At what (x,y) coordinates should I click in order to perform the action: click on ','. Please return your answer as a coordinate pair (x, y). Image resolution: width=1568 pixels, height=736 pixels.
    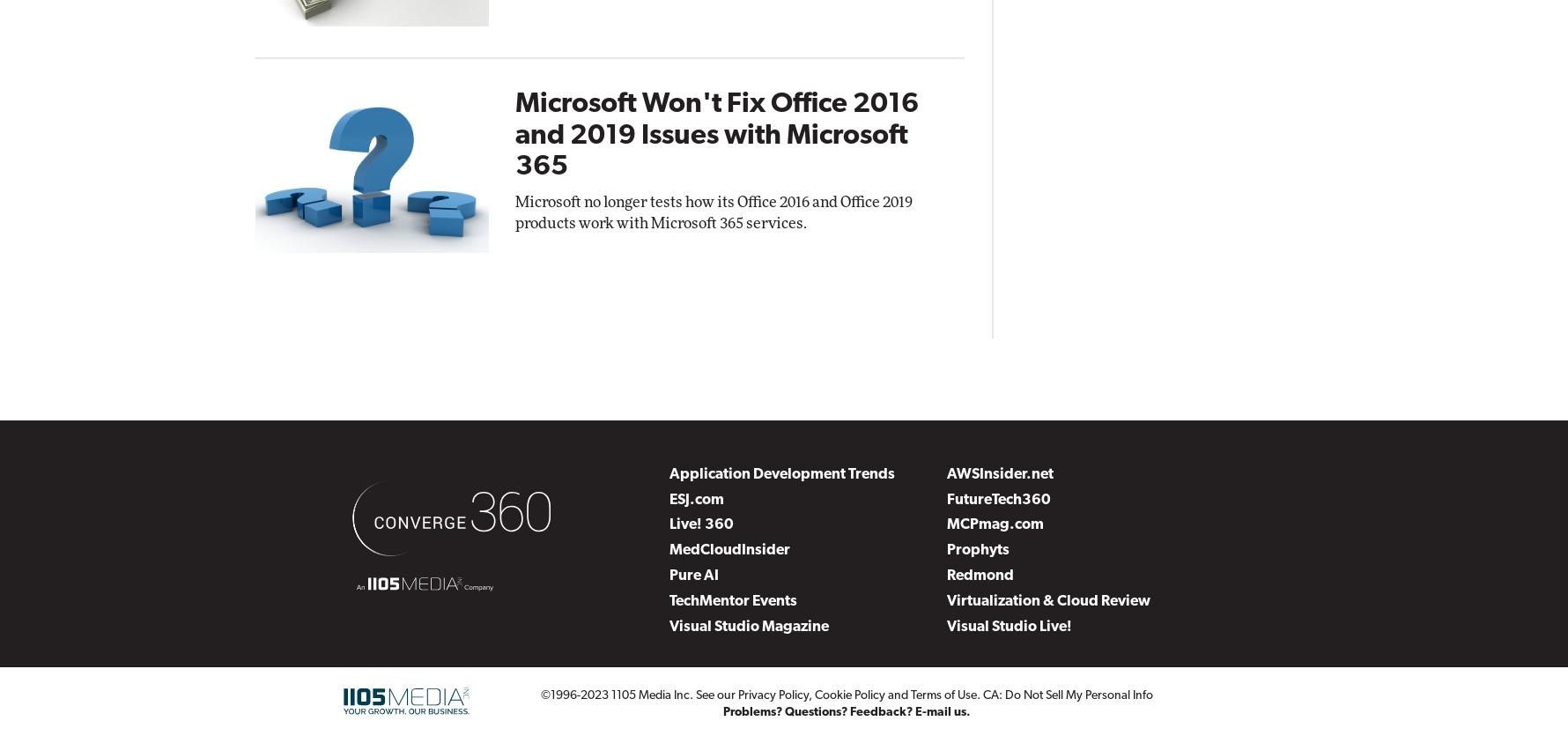
    Looking at the image, I should click on (811, 694).